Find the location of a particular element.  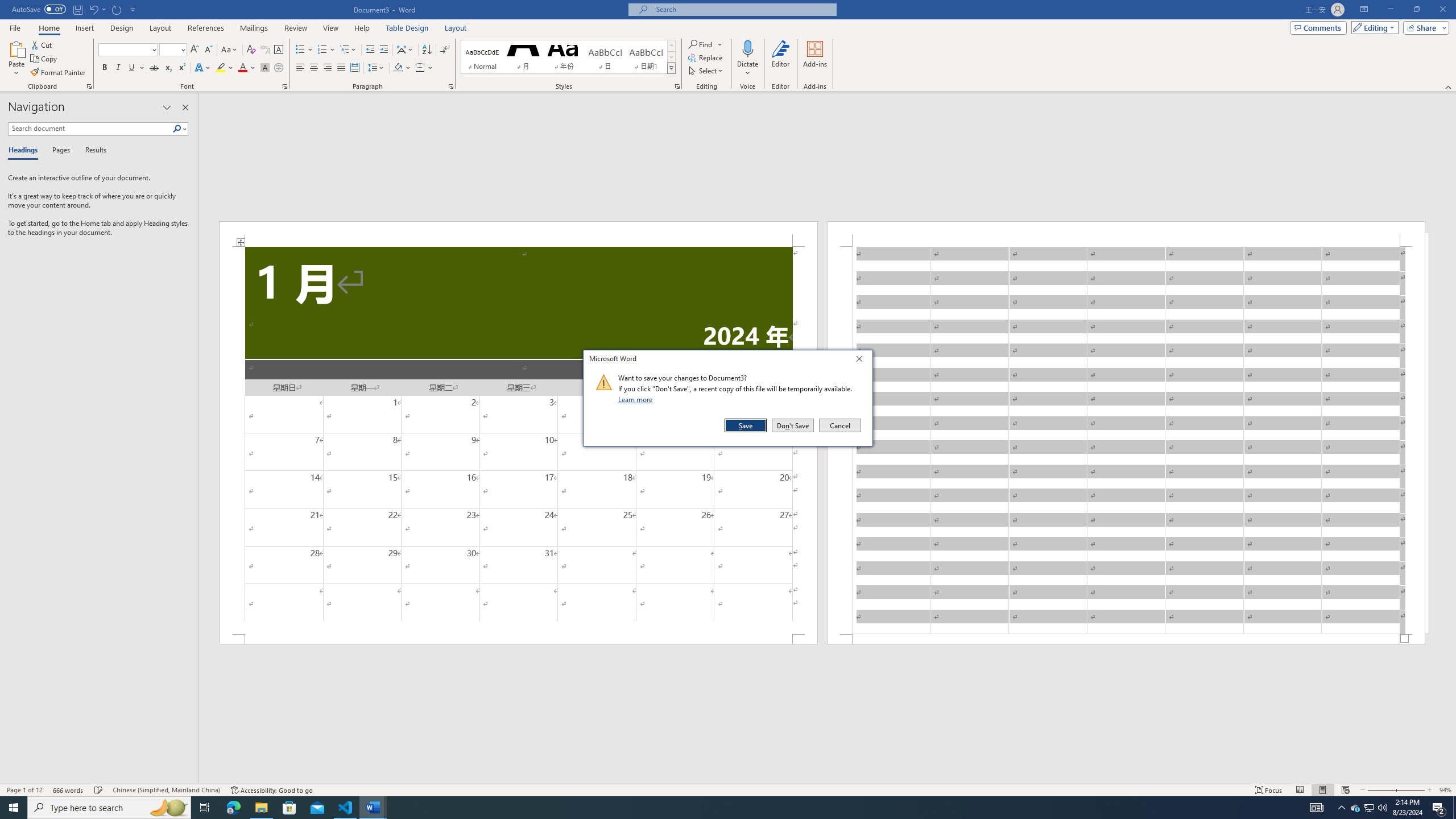

'Results' is located at coordinates (91, 150).